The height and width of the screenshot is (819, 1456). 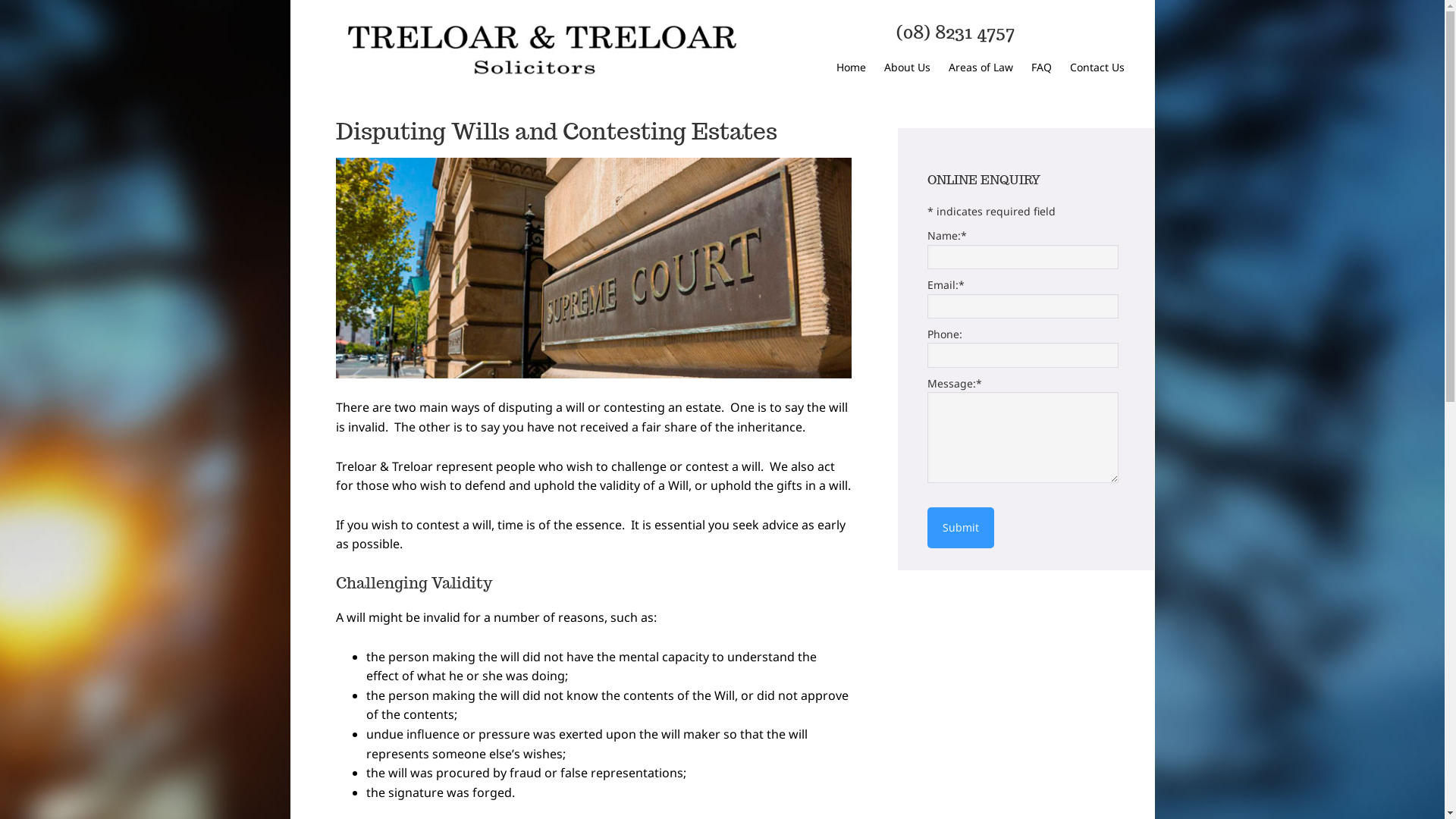 What do you see at coordinates (539, 49) in the screenshot?
I see `'Treloar & Treloar'` at bounding box center [539, 49].